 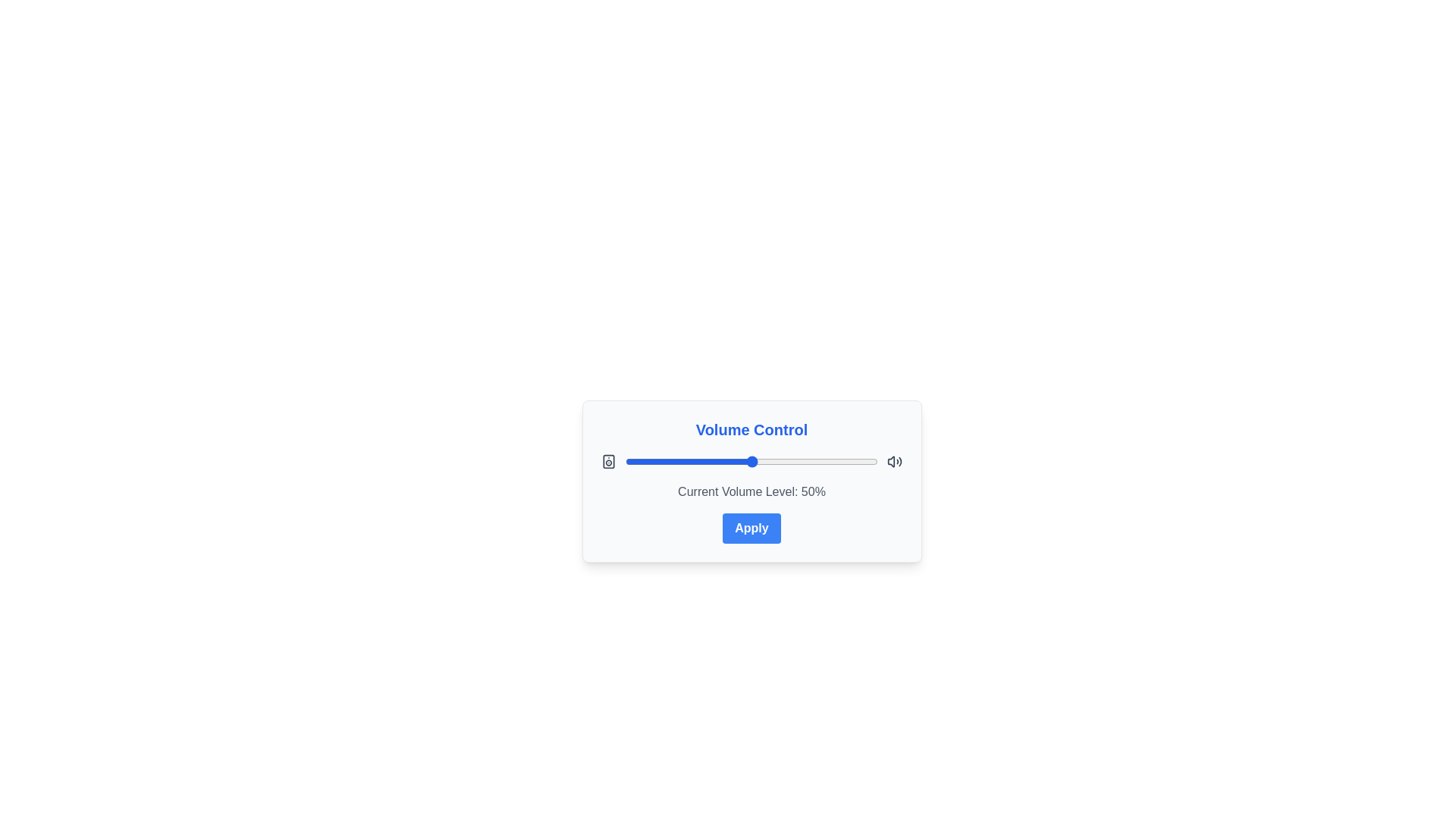 What do you see at coordinates (692, 461) in the screenshot?
I see `the slider` at bounding box center [692, 461].